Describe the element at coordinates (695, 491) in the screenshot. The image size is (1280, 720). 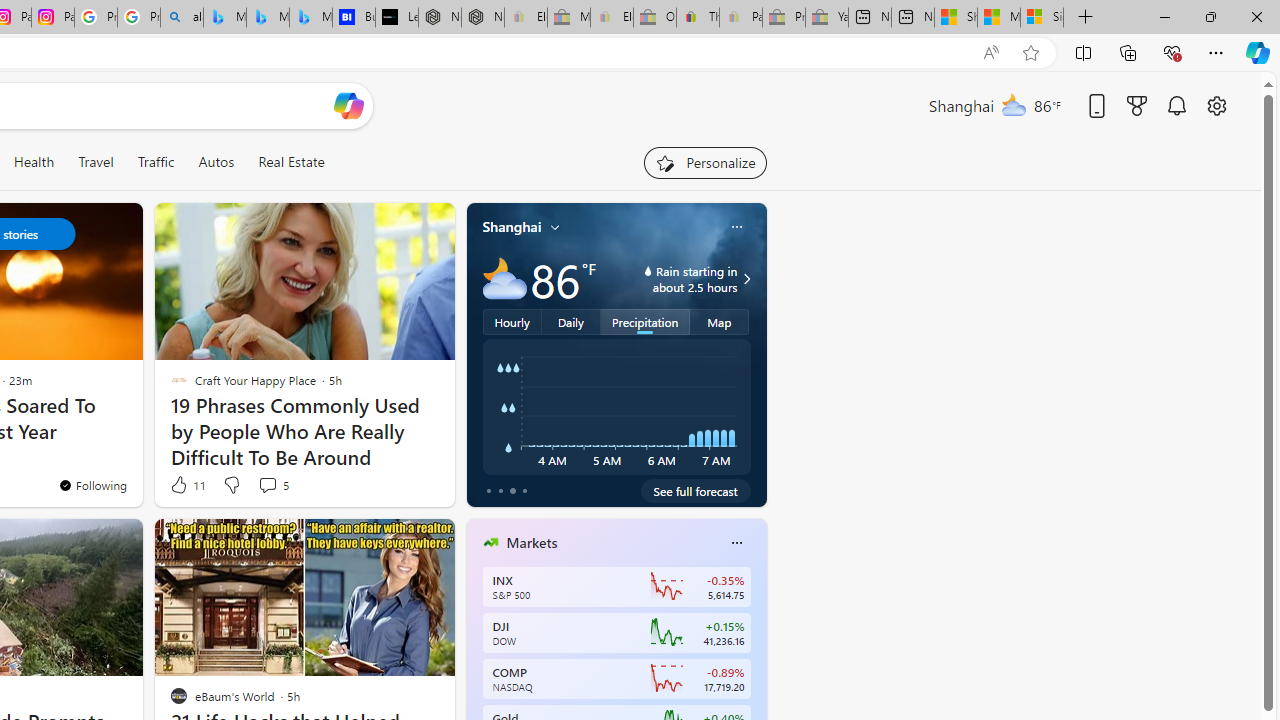
I see `'See full forecast'` at that location.